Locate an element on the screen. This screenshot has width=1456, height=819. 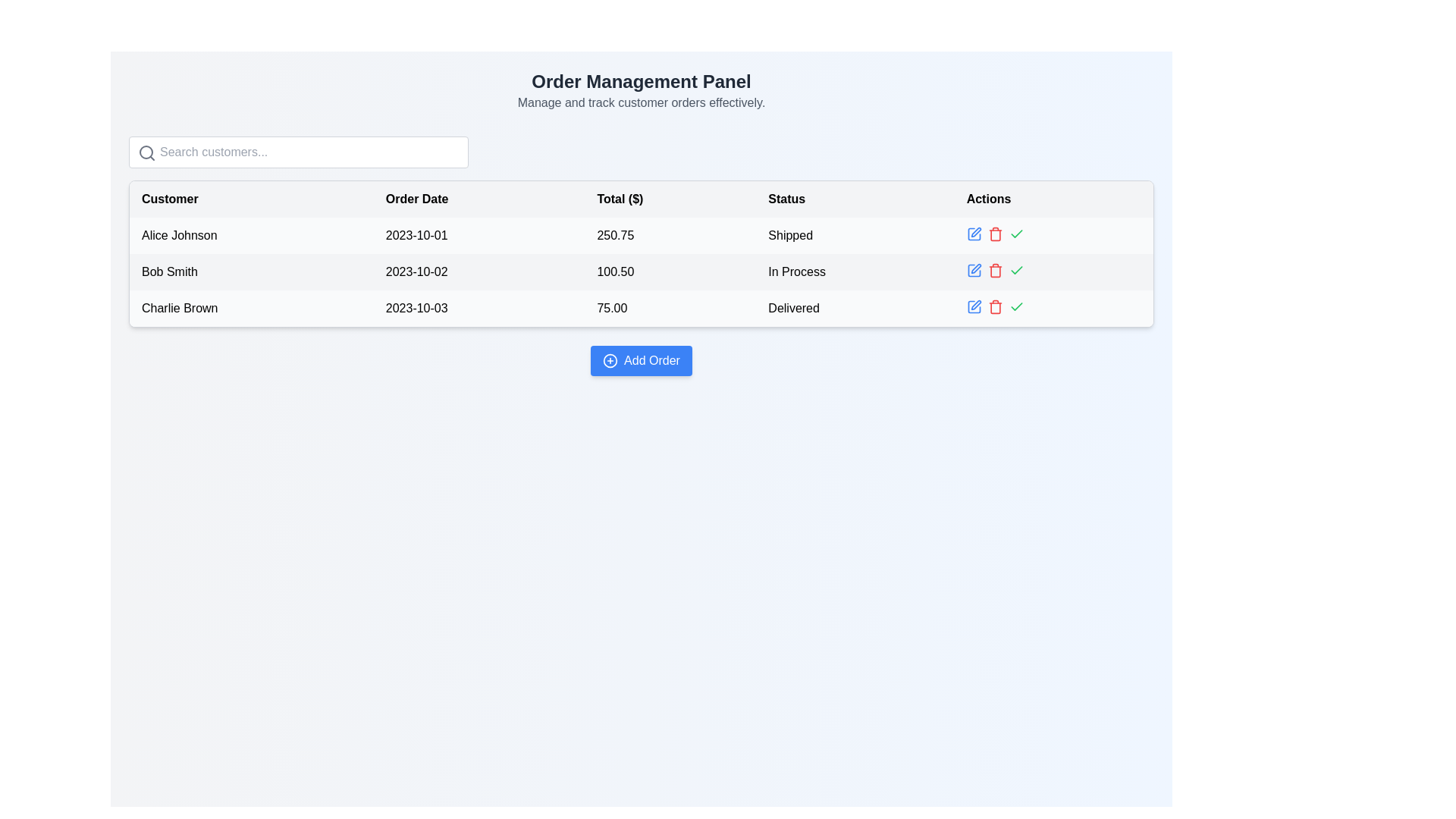
individual elements within the first row of the customer transaction data grid, which contains details such as the customer's name, transaction date, amount, and status is located at coordinates (641, 236).